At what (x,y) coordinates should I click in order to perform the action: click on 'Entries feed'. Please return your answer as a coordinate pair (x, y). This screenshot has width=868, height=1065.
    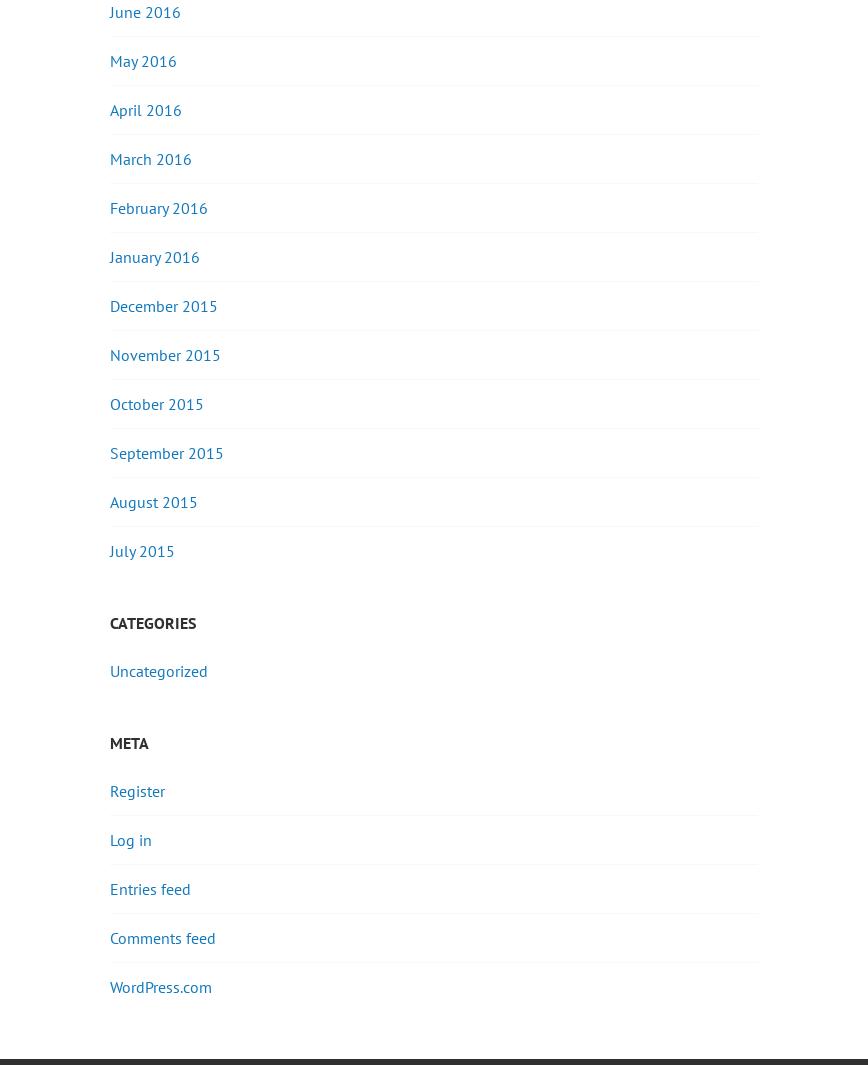
    Looking at the image, I should click on (150, 887).